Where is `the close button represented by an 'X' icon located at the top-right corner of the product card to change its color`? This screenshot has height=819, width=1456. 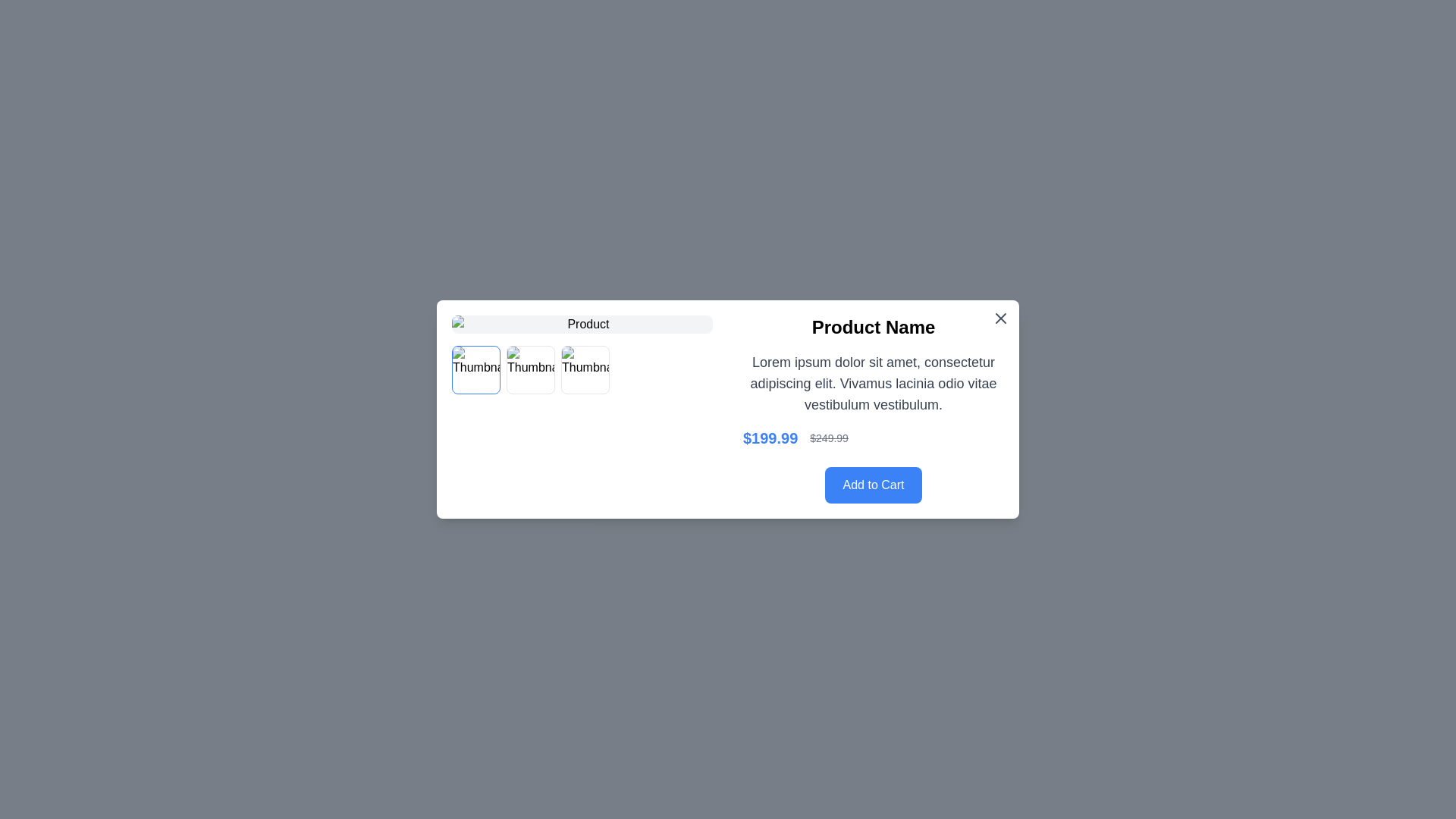 the close button represented by an 'X' icon located at the top-right corner of the product card to change its color is located at coordinates (1001, 318).